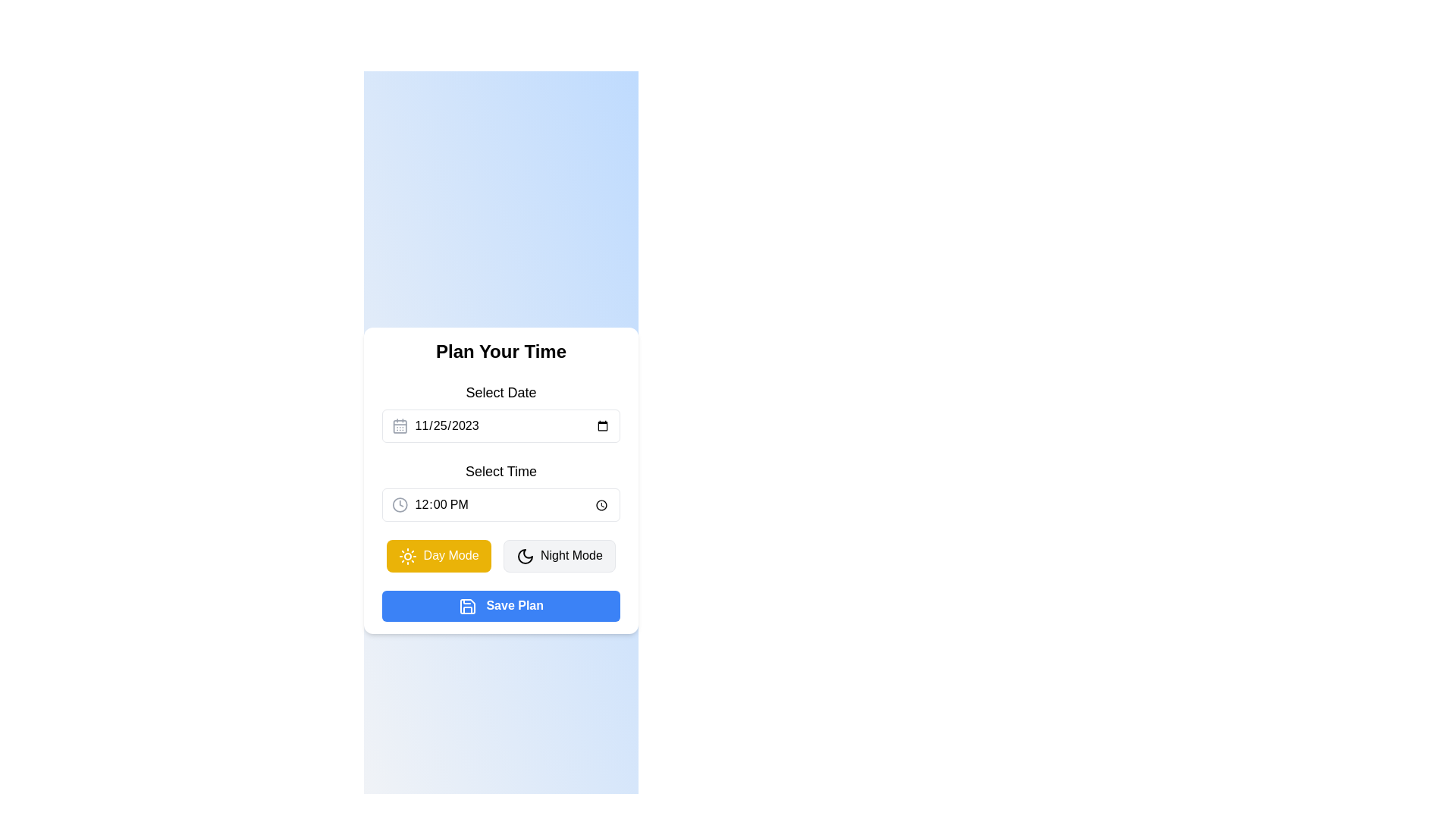 The width and height of the screenshot is (1456, 819). I want to click on the circular clock icon with a gray outline, located to the left of the text '12:00 PM', so click(400, 505).